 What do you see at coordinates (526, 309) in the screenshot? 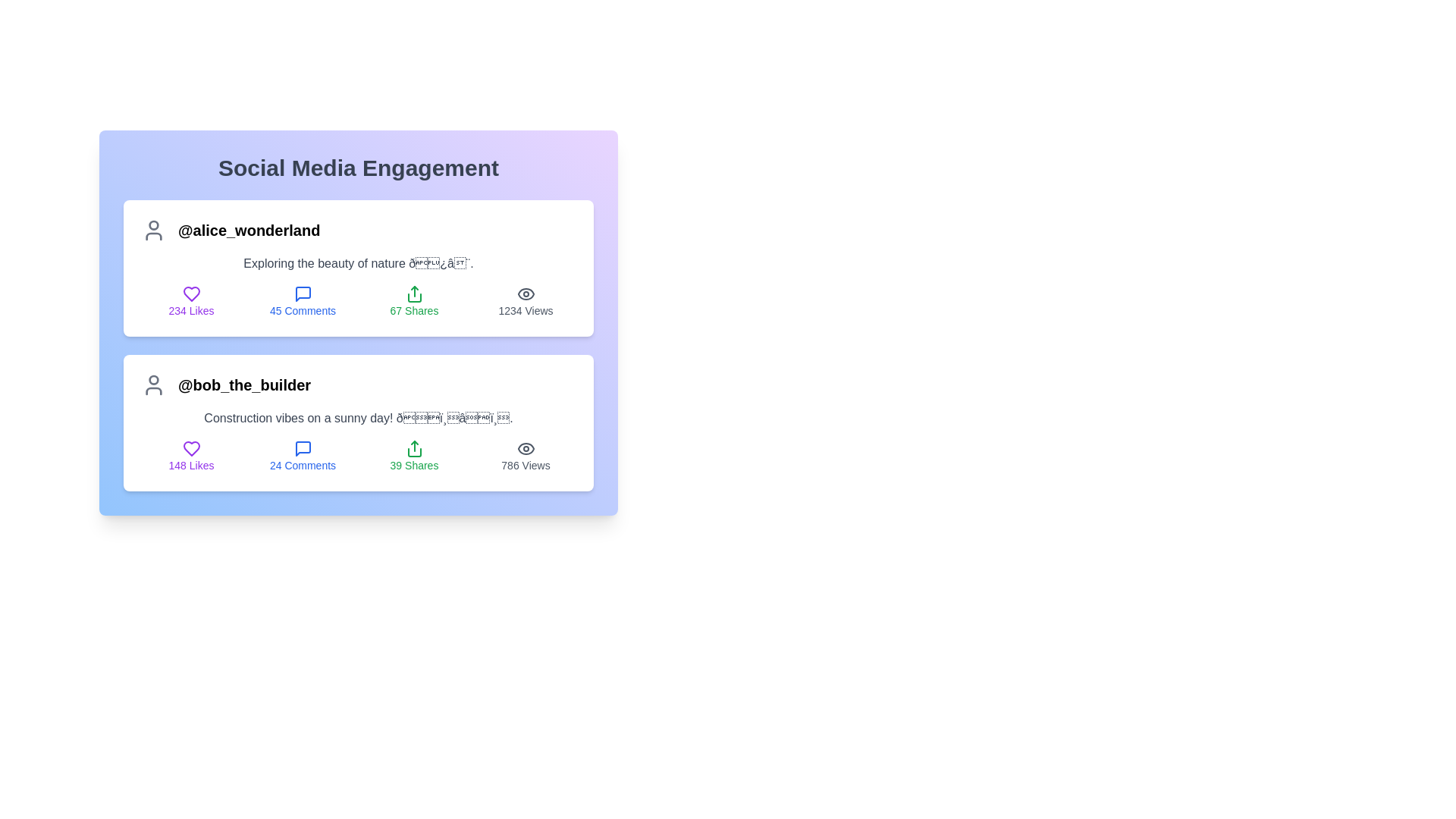
I see `the views label displaying '1234' located at the bottom of the first content card in the statistics section for more details if interactive features are enabled` at bounding box center [526, 309].